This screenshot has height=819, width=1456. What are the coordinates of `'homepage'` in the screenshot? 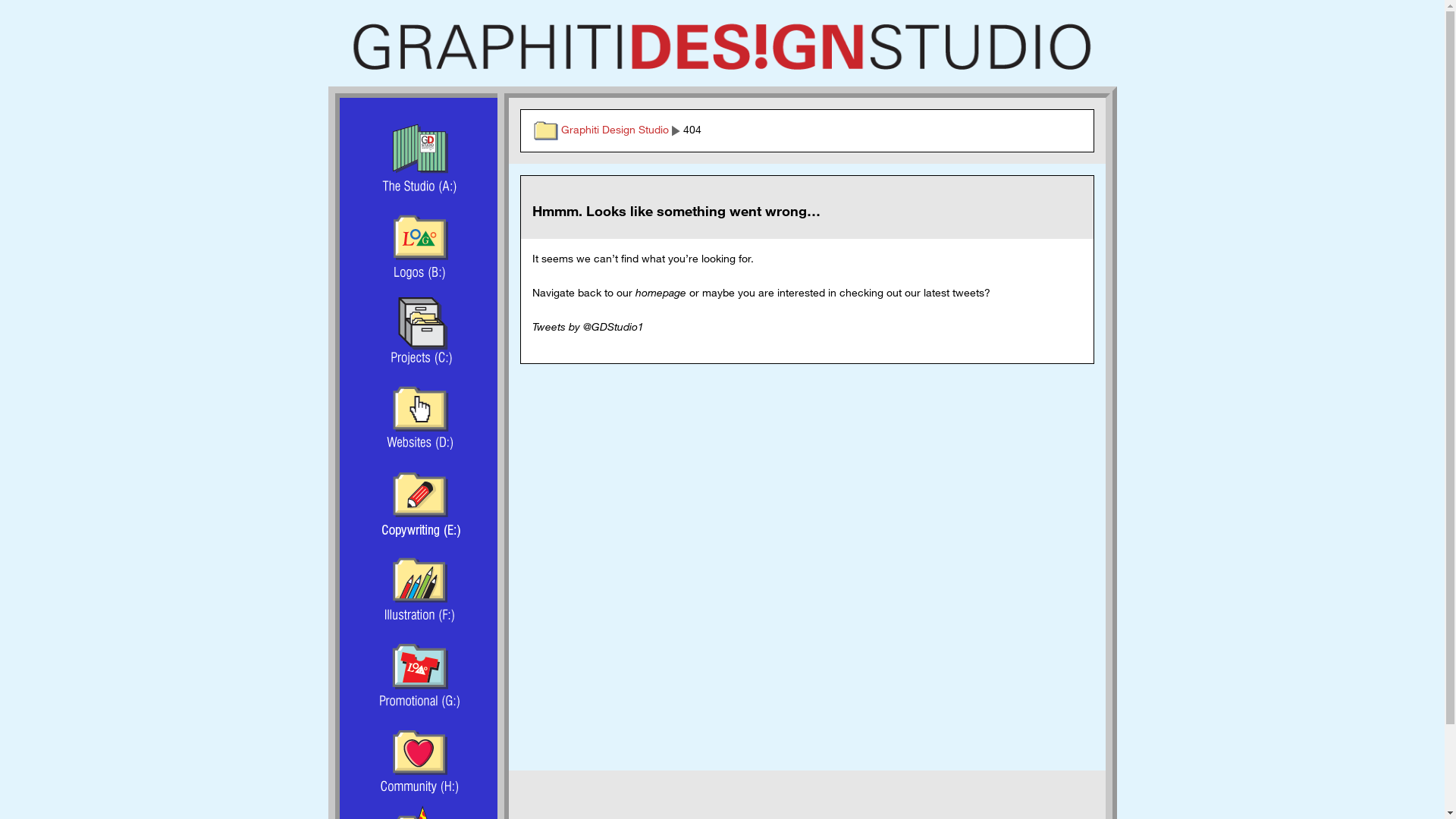 It's located at (635, 292).